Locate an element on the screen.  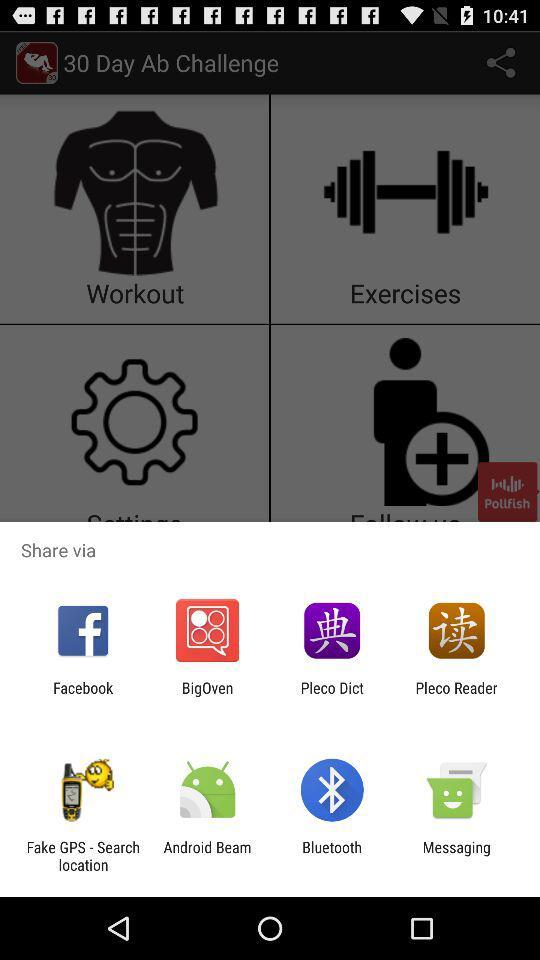
the messaging item is located at coordinates (456, 855).